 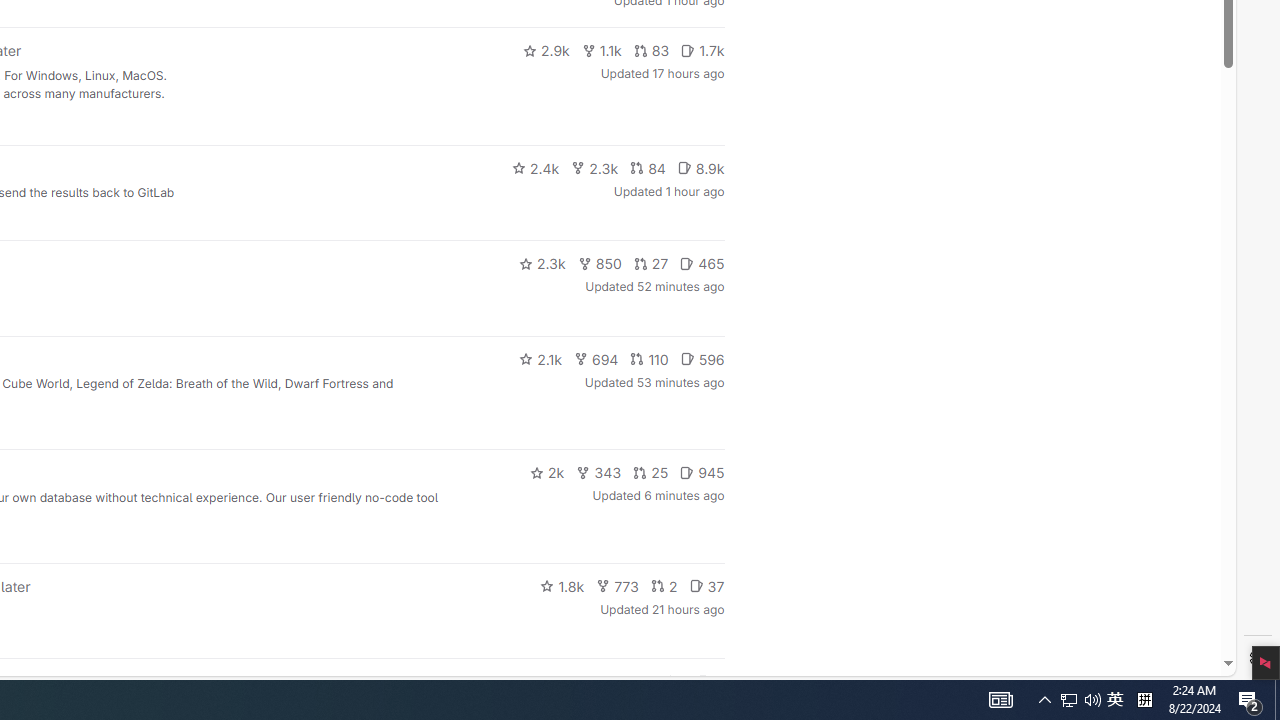 What do you see at coordinates (649, 357) in the screenshot?
I see `'110'` at bounding box center [649, 357].